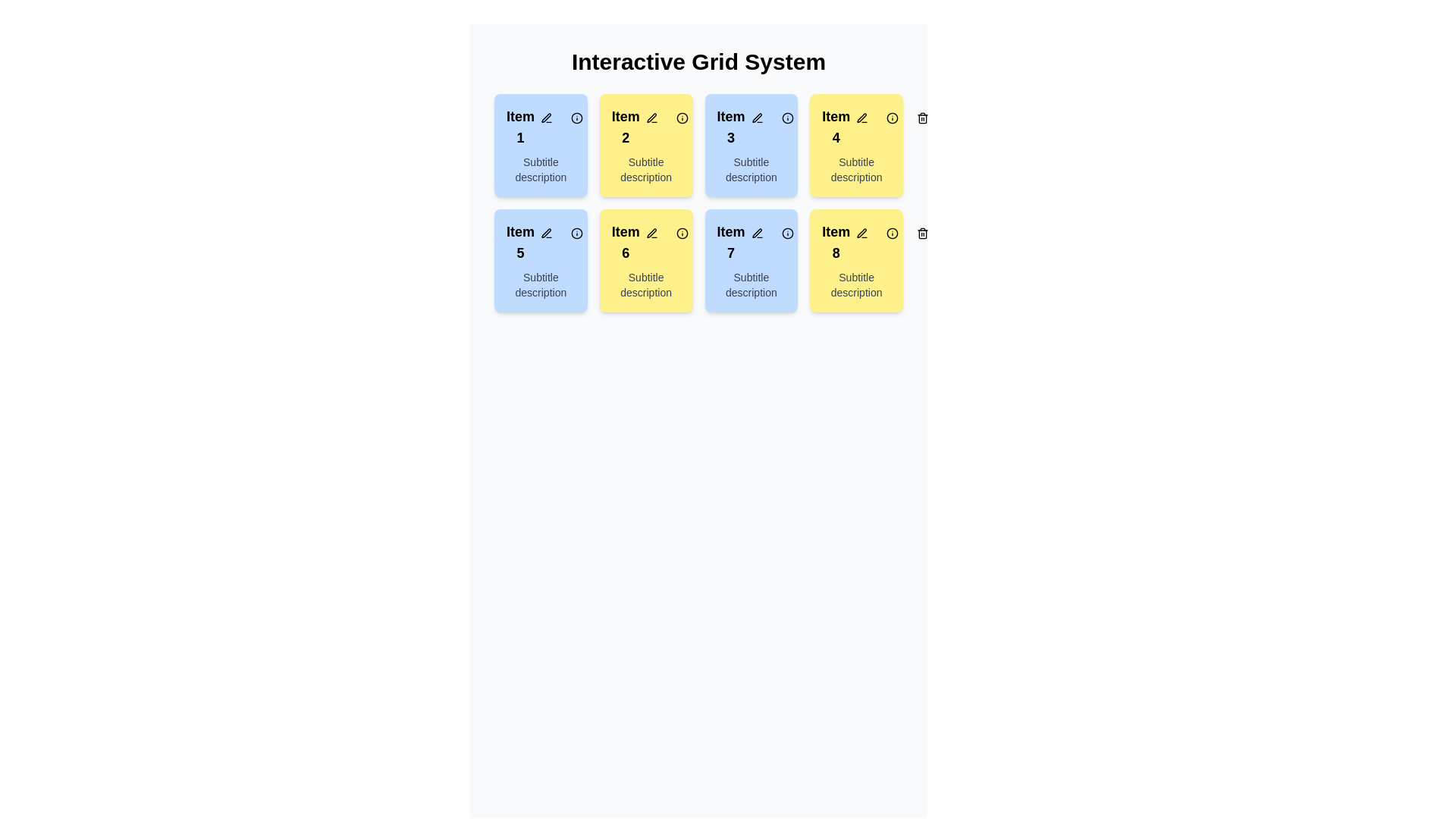 The width and height of the screenshot is (1456, 819). Describe the element at coordinates (651, 234) in the screenshot. I see `the first interactive button on the right side of the sixth item in the grid layout, which has a pen icon for editing` at that location.